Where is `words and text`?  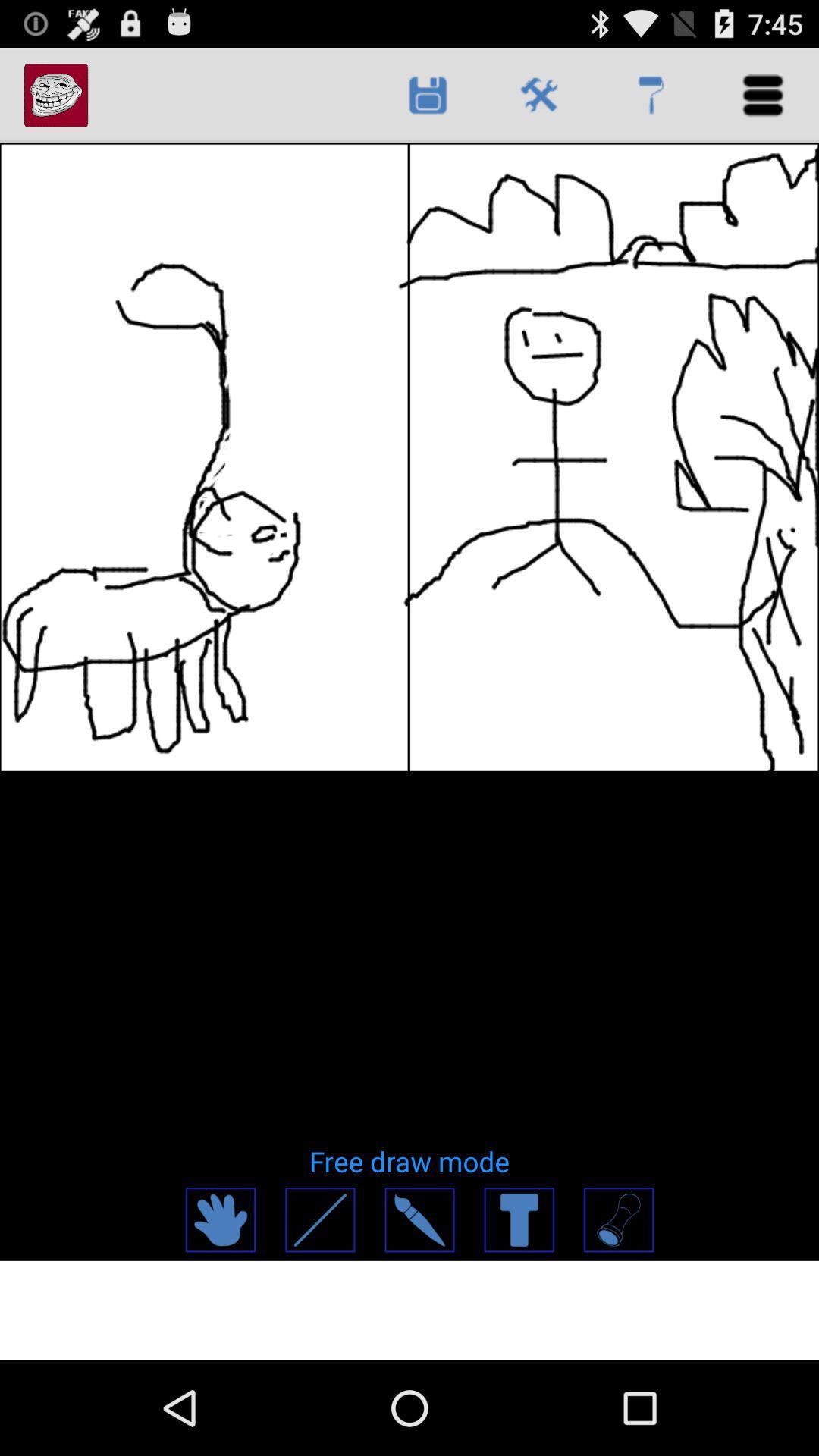 words and text is located at coordinates (517, 1219).